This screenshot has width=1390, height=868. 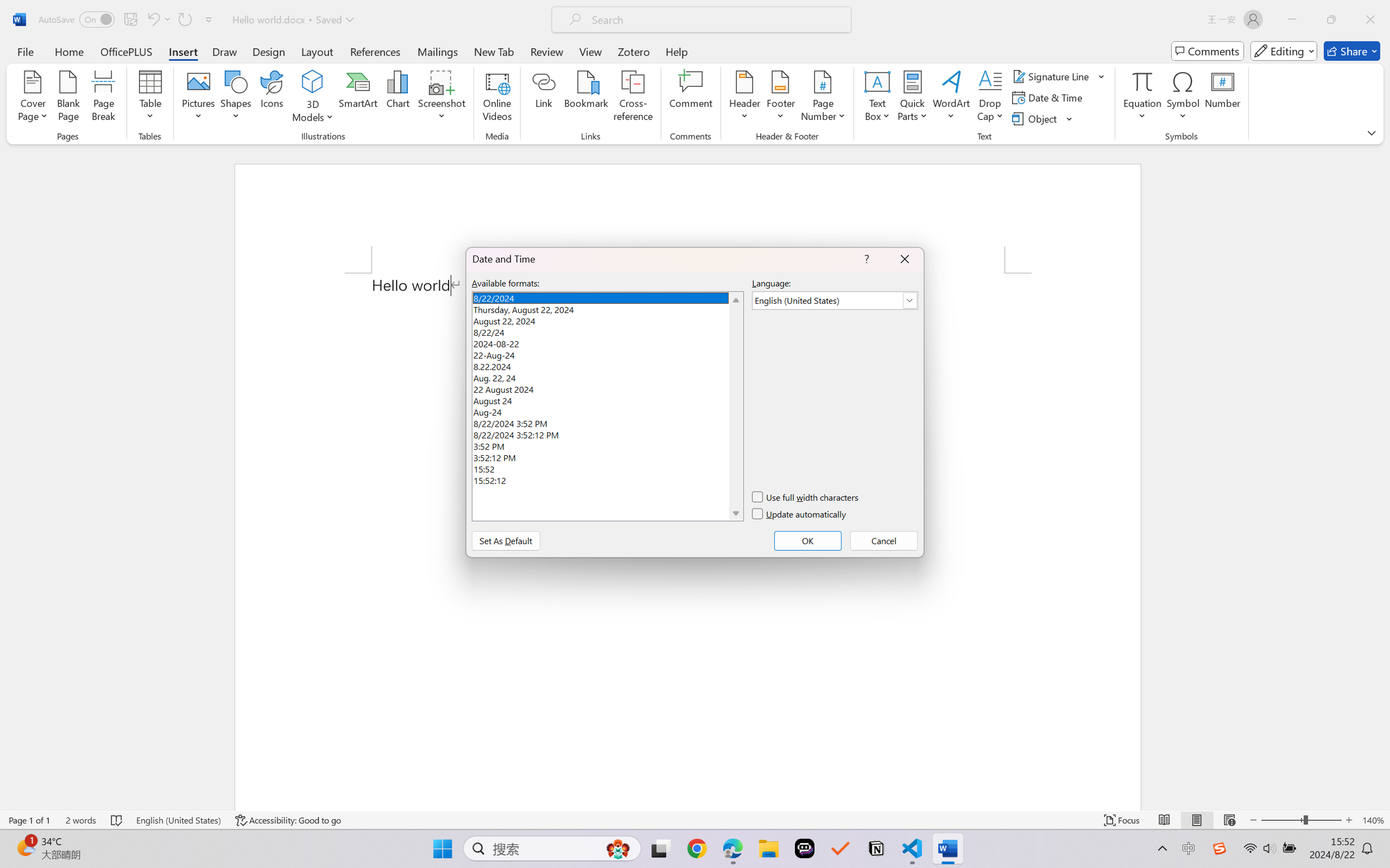 I want to click on 'Restore Down', so click(x=1331, y=19).